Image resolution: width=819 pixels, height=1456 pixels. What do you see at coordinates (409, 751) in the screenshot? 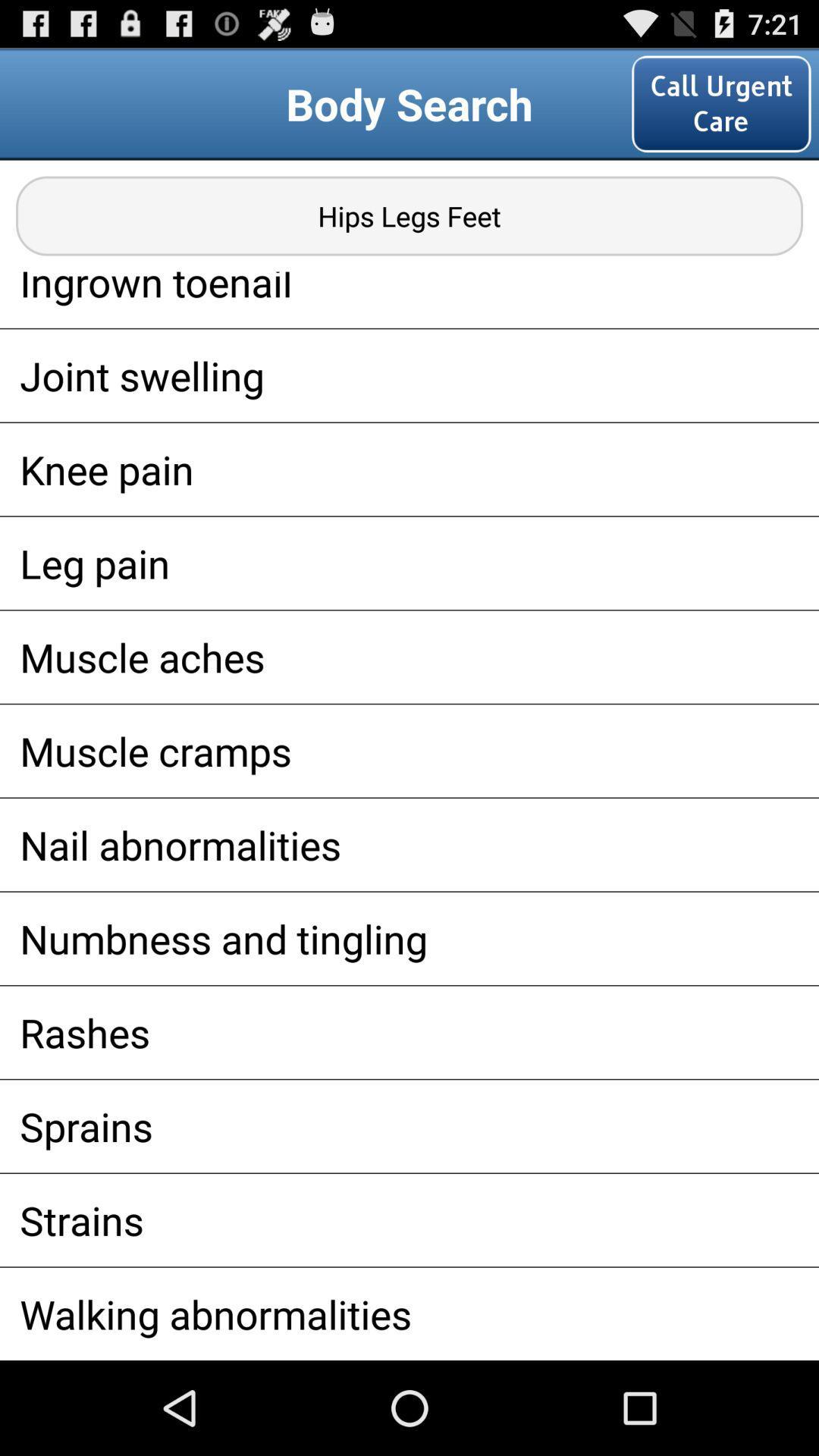
I see `the item below the muscle aches` at bounding box center [409, 751].